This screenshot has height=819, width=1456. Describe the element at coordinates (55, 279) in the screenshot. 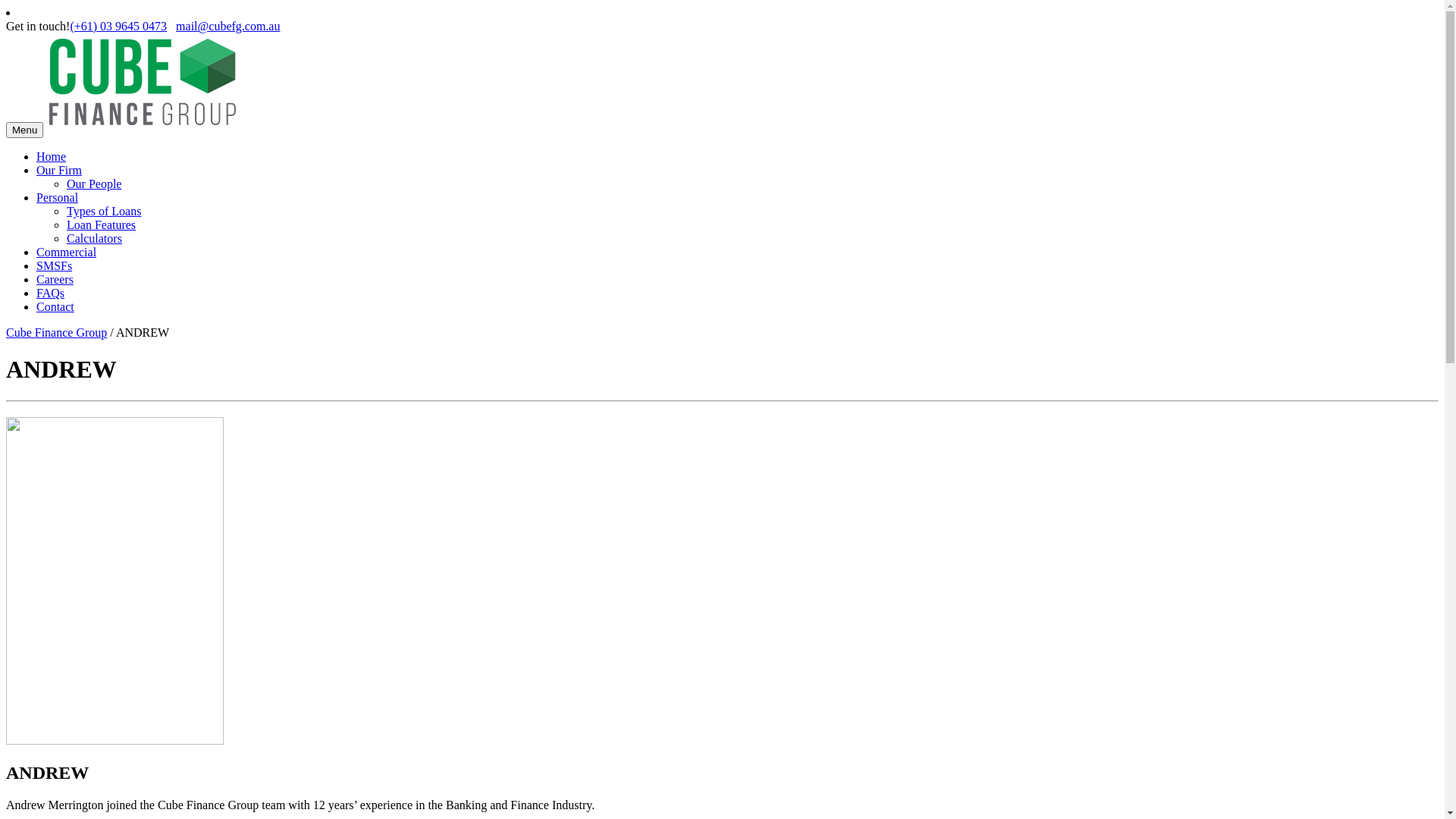

I see `'Careers'` at that location.